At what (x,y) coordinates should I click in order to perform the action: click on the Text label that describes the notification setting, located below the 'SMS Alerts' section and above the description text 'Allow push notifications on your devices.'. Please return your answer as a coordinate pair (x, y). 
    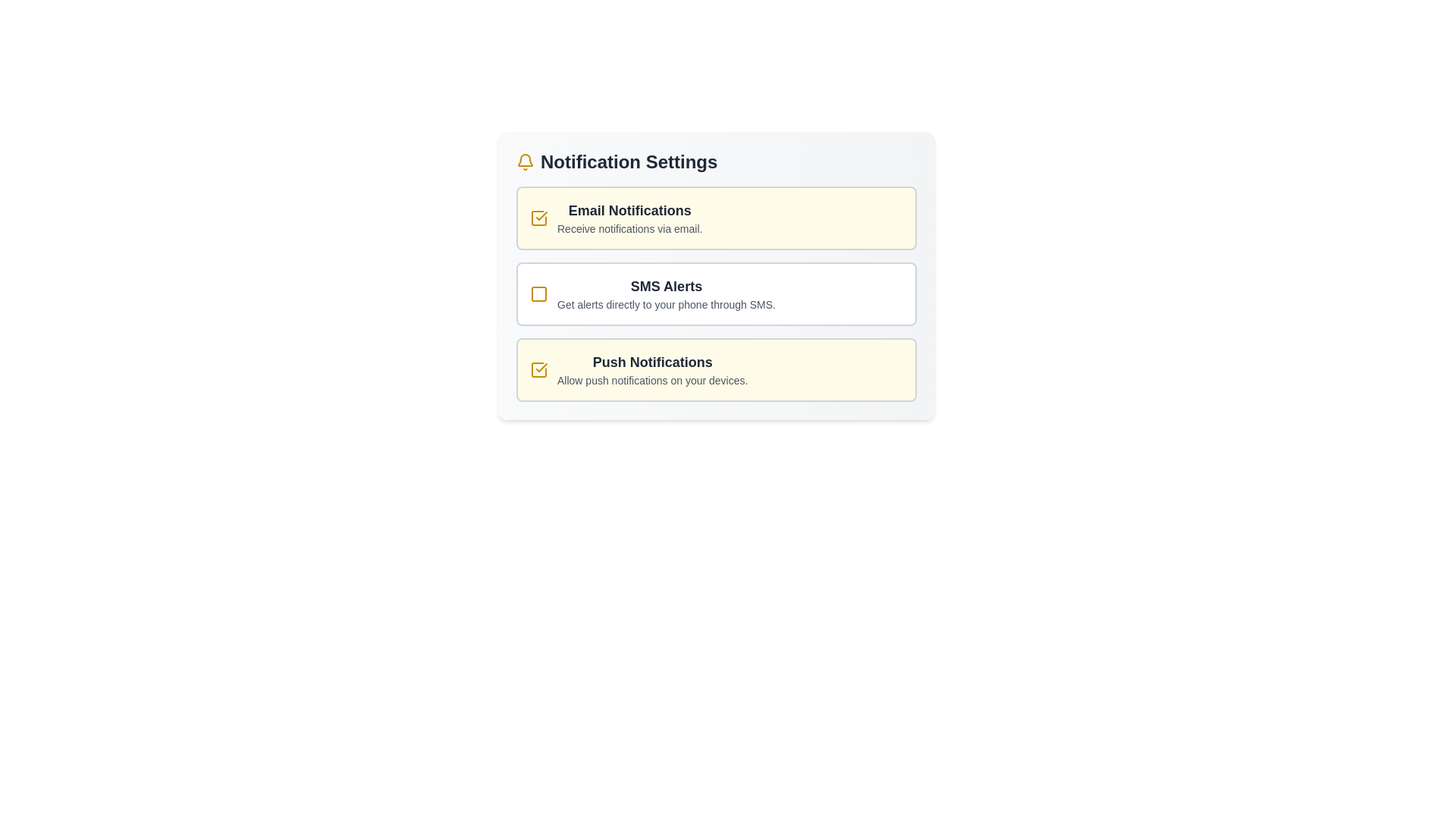
    Looking at the image, I should click on (652, 362).